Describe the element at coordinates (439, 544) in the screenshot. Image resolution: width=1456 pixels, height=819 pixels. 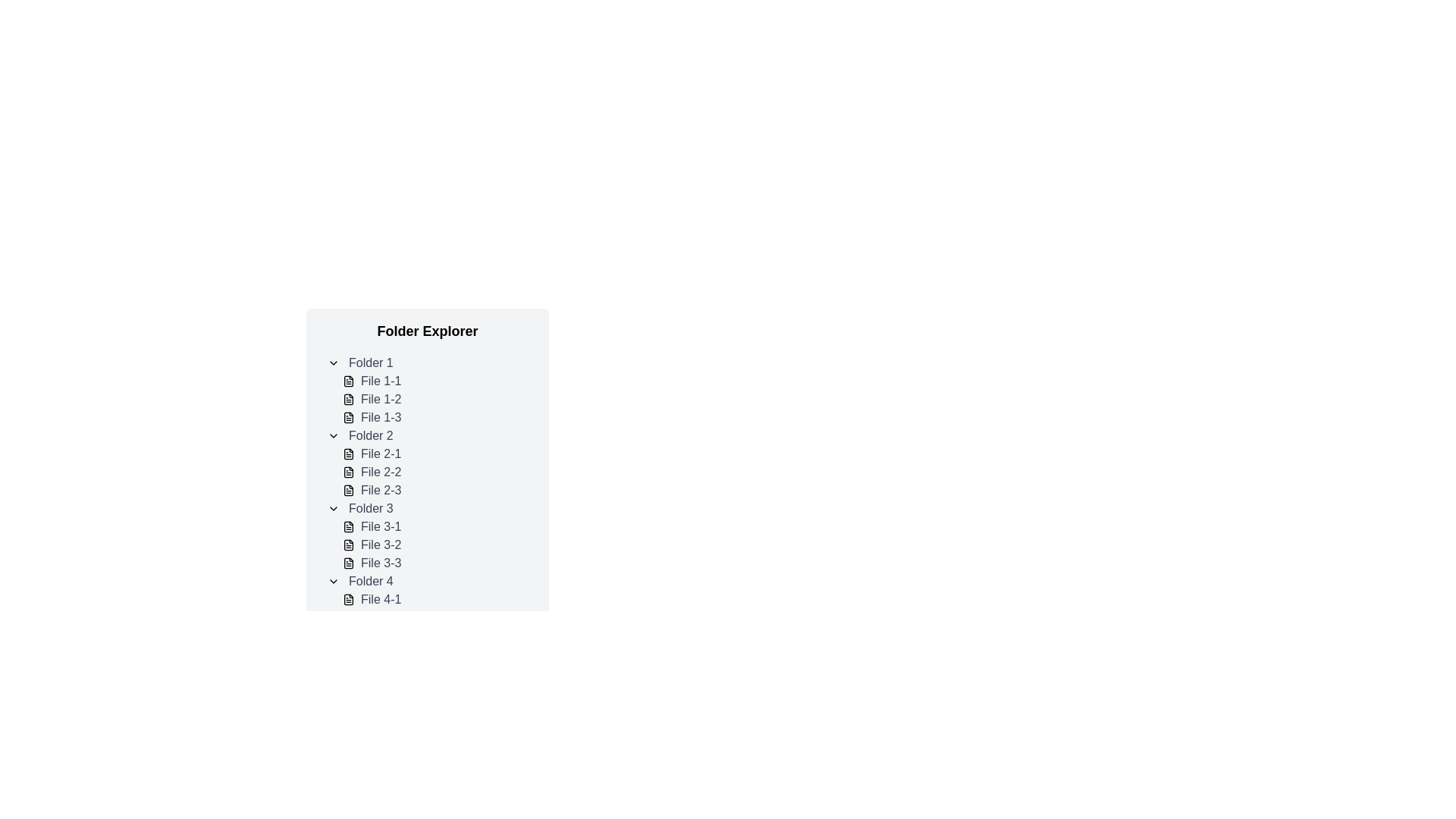
I see `the selectable file named 'File 3-2' in the folder explorer, which is the second item within 'Folder 3'` at that location.